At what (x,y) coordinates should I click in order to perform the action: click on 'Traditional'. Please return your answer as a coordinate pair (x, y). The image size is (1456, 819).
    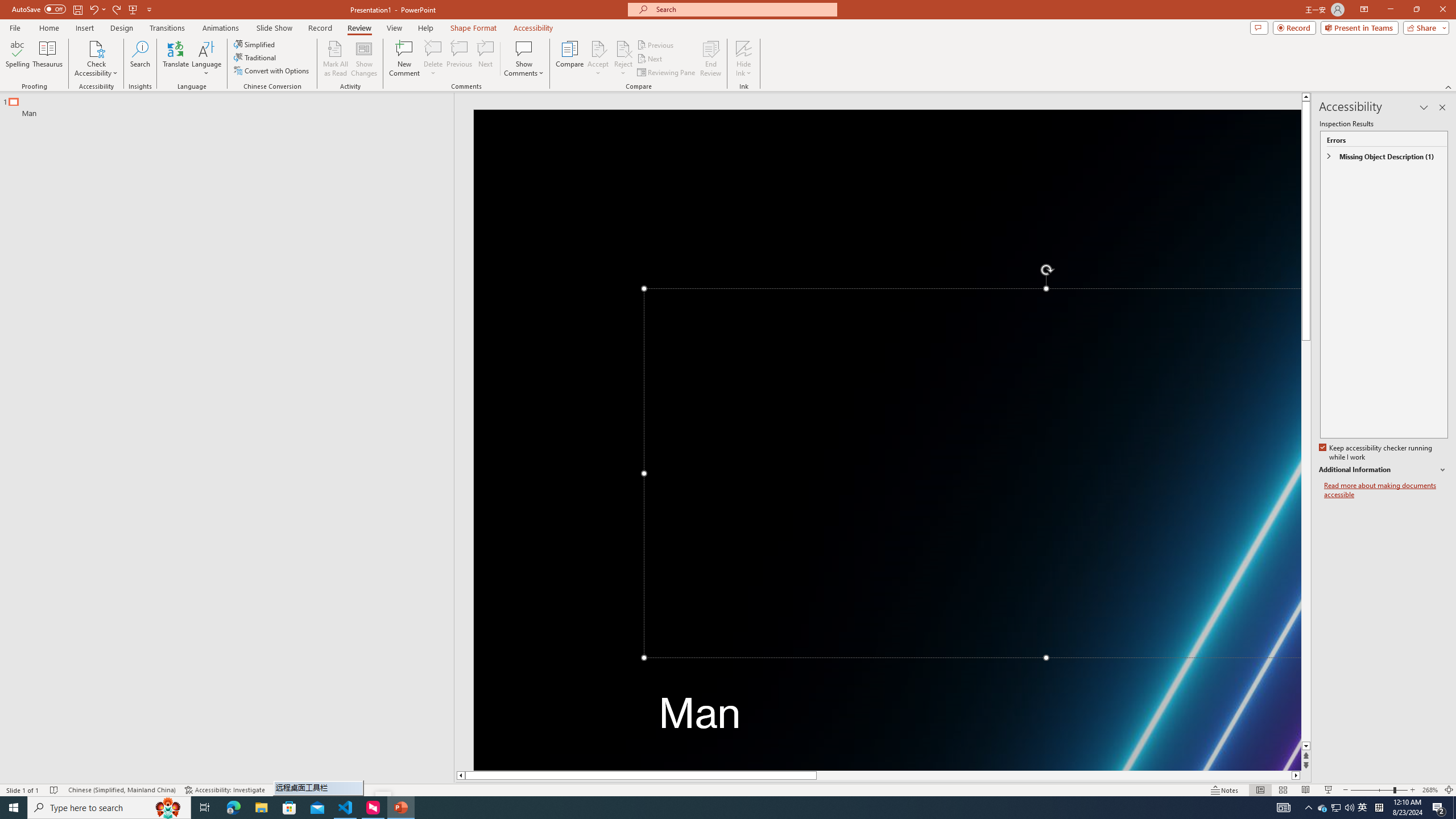
    Looking at the image, I should click on (255, 56).